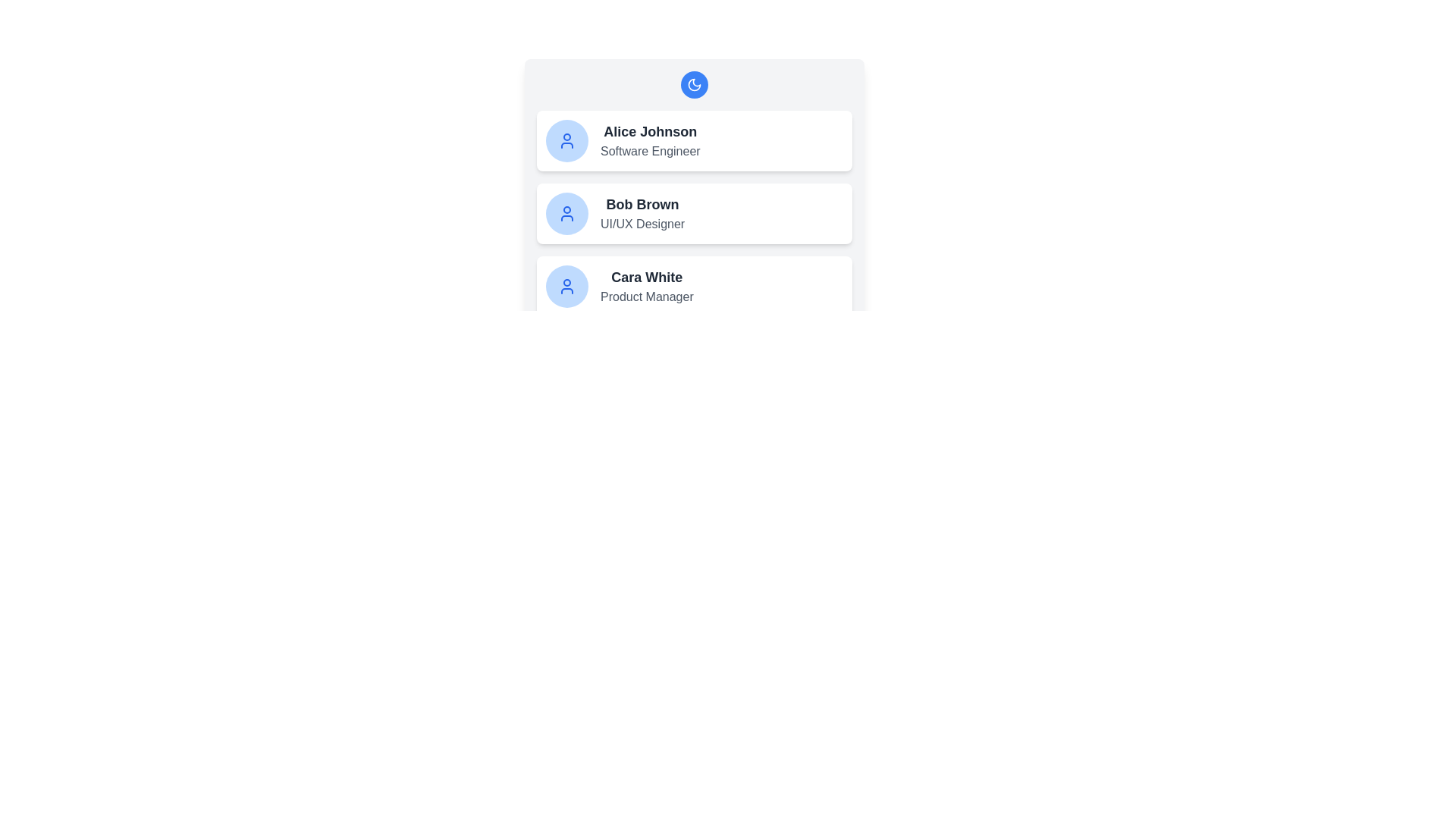 Image resolution: width=1456 pixels, height=819 pixels. I want to click on the text element displaying the individual's name, which is part of the third row in a vertical list of user details, positioned above the text 'Product Manager', so click(647, 278).